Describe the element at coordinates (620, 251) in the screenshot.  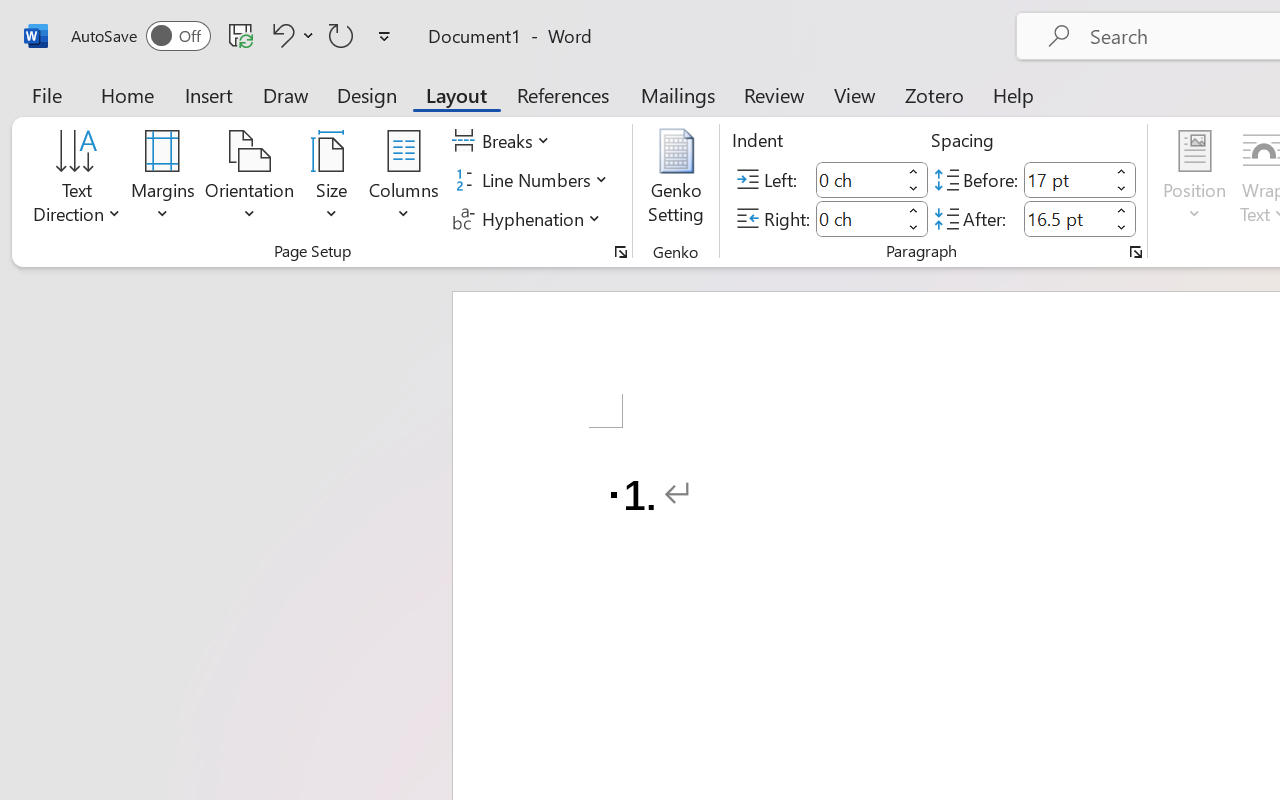
I see `'Page Setup...'` at that location.